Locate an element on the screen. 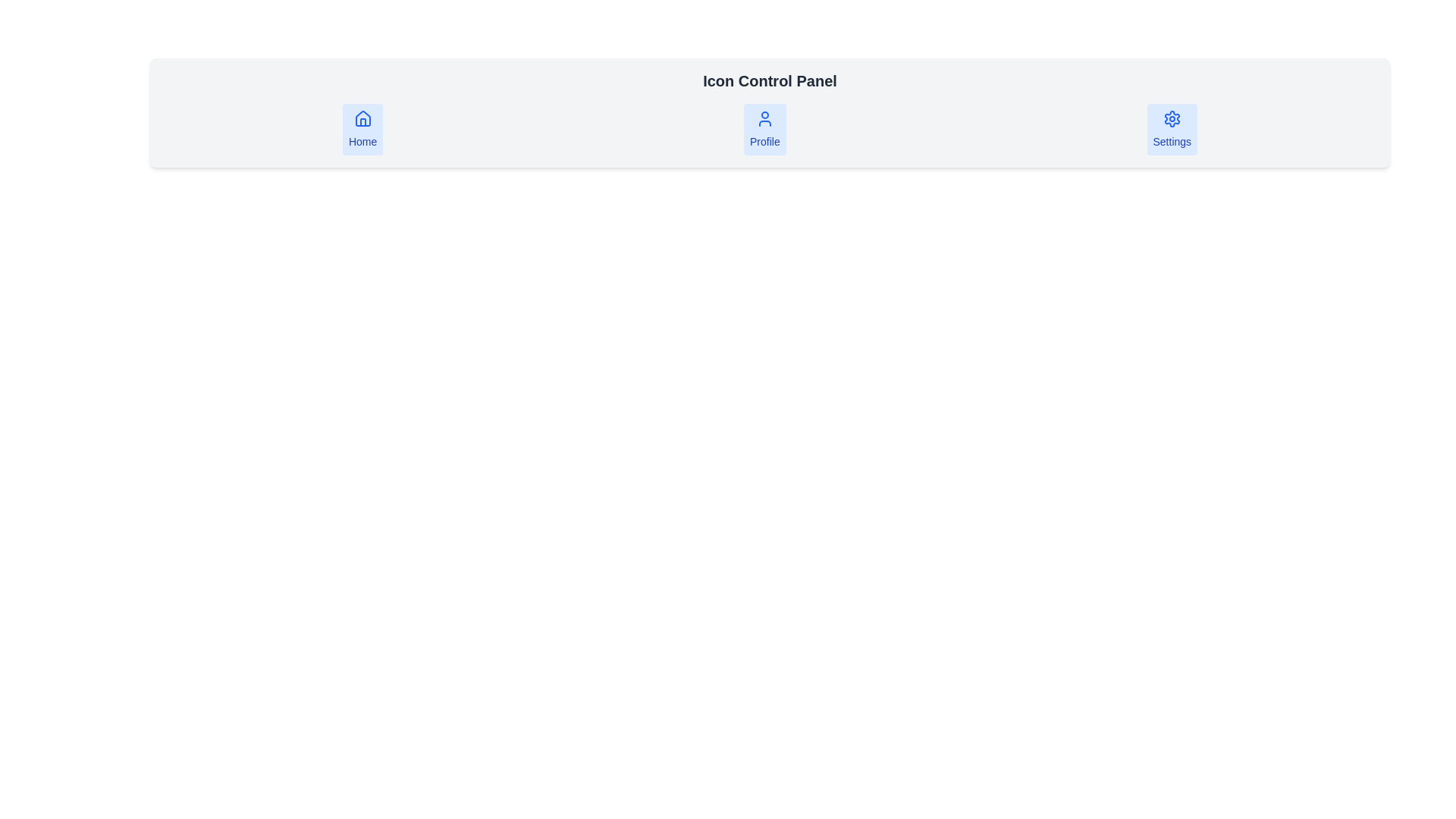 Image resolution: width=1456 pixels, height=819 pixels. the rightmost button in the horizontal set of three that accesses the settings functionality of the application is located at coordinates (1171, 128).